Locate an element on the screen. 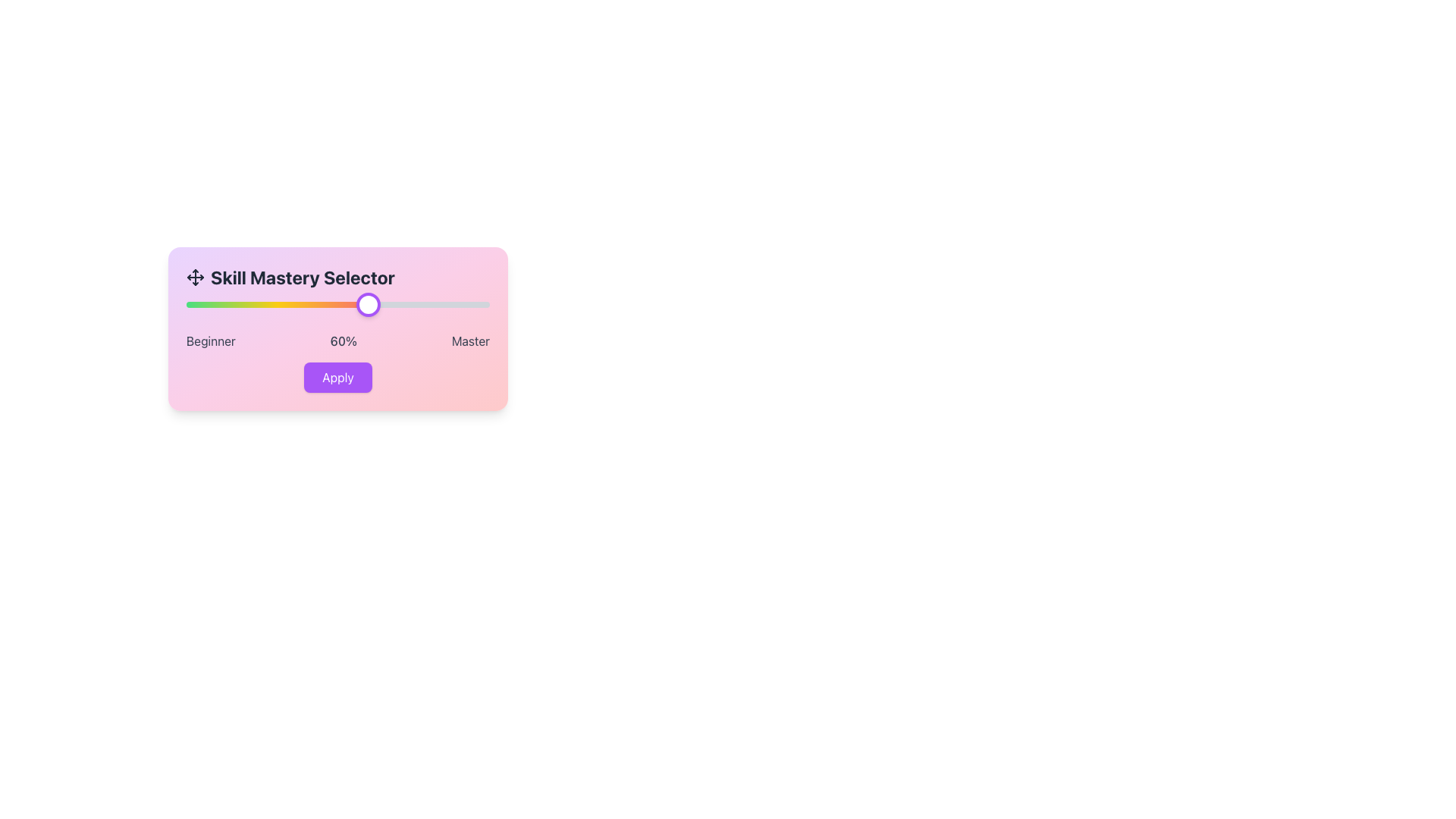 The width and height of the screenshot is (1456, 819). the Skill Mastery level is located at coordinates (302, 304).